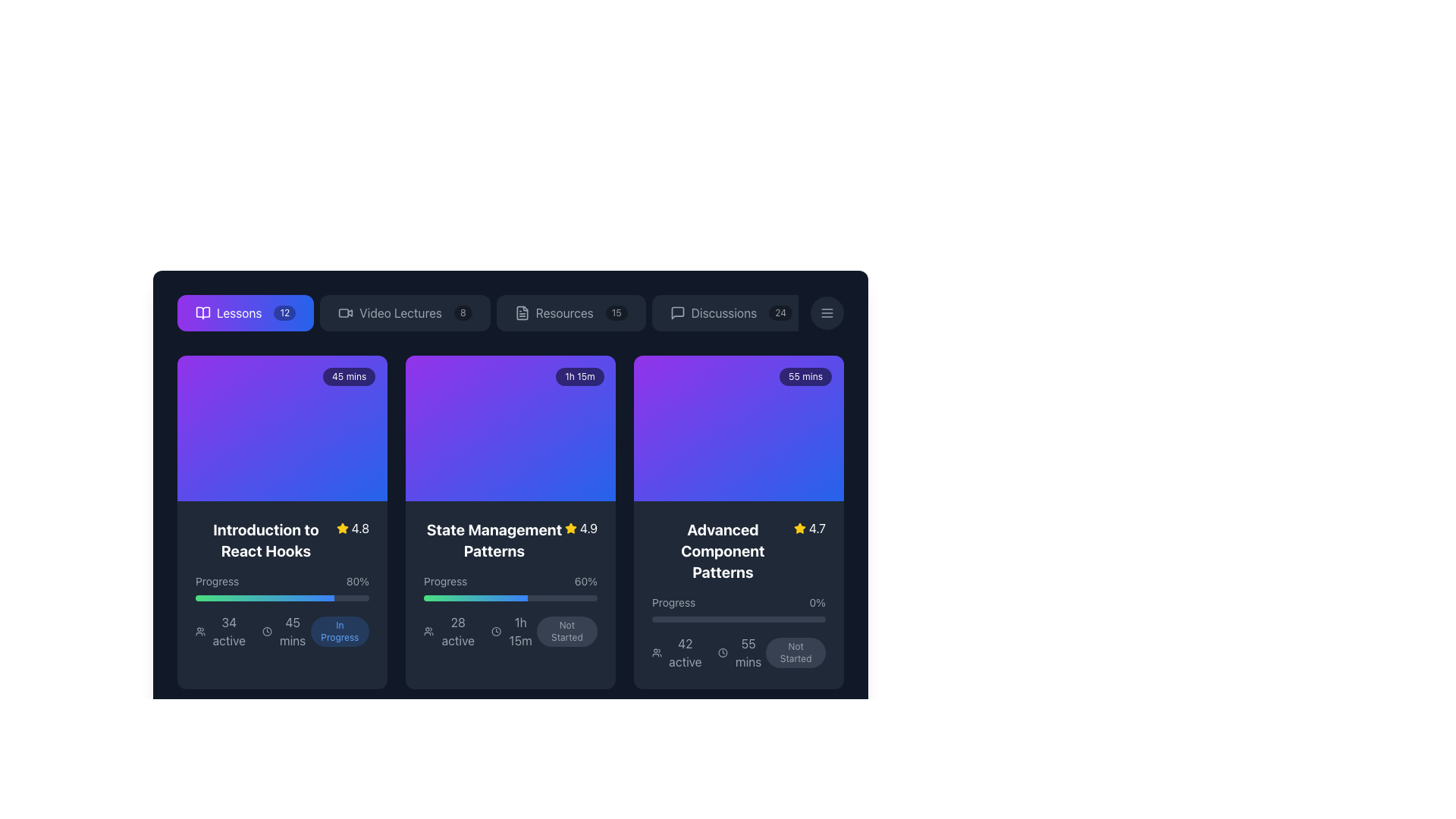 The width and height of the screenshot is (1456, 819). Describe the element at coordinates (282, 522) in the screenshot. I see `the Card component representing the first learning module in the grid layout` at that location.